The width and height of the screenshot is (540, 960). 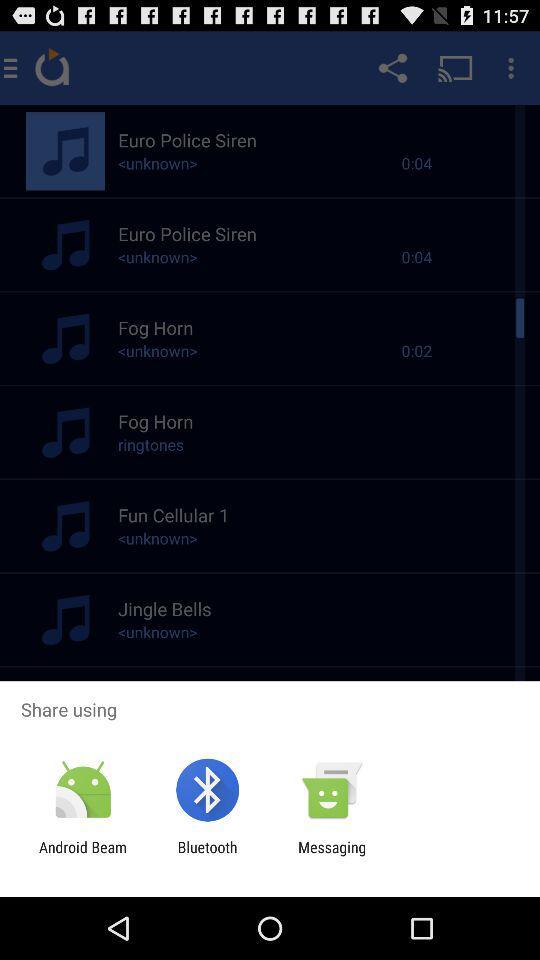 I want to click on the app to the left of the messaging, so click(x=206, y=855).